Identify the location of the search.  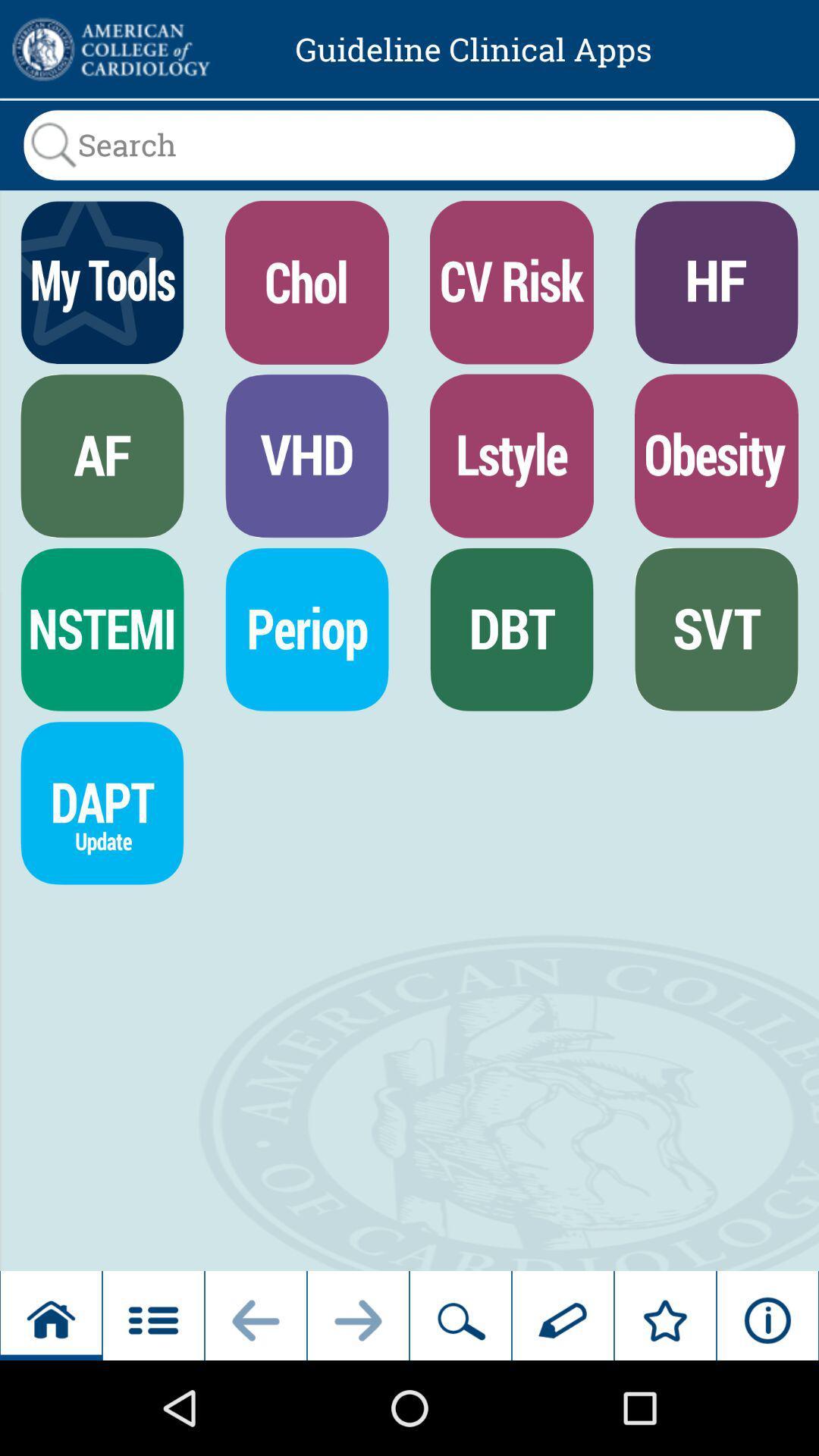
(409, 145).